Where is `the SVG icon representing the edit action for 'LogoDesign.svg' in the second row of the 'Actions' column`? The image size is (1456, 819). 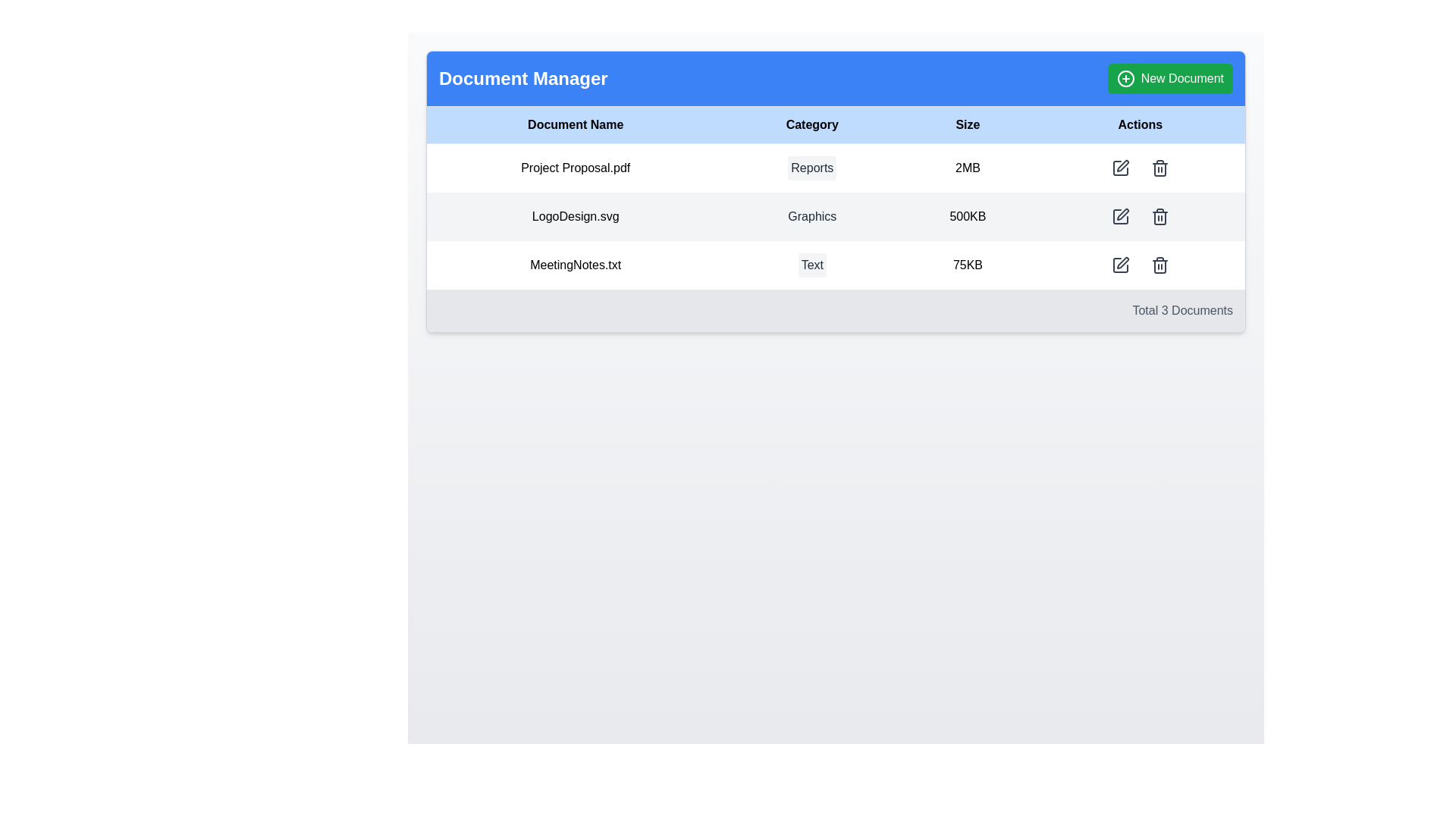 the SVG icon representing the edit action for 'LogoDesign.svg' in the second row of the 'Actions' column is located at coordinates (1120, 216).